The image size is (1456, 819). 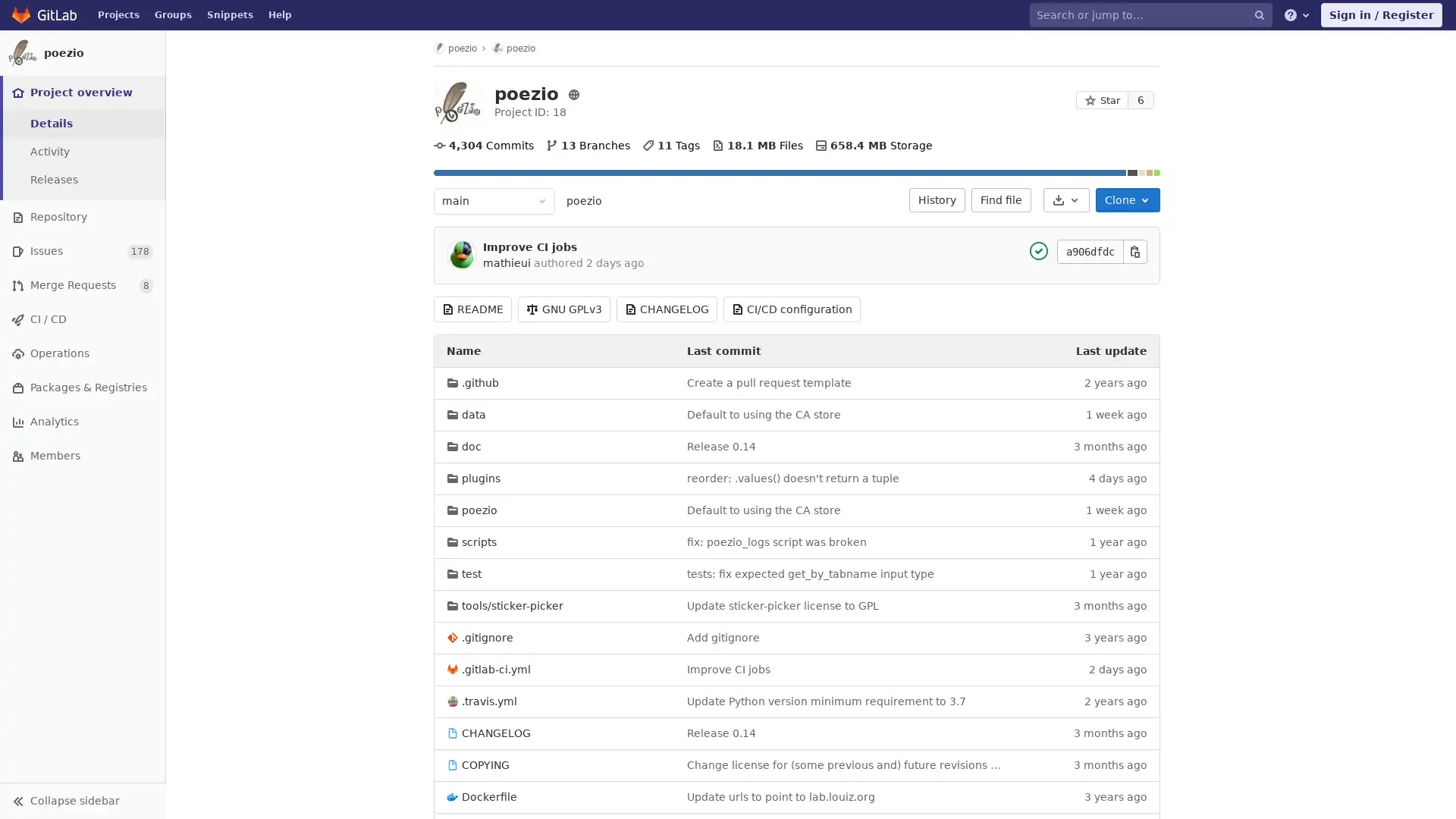 I want to click on Download, so click(x=1080, y=199).